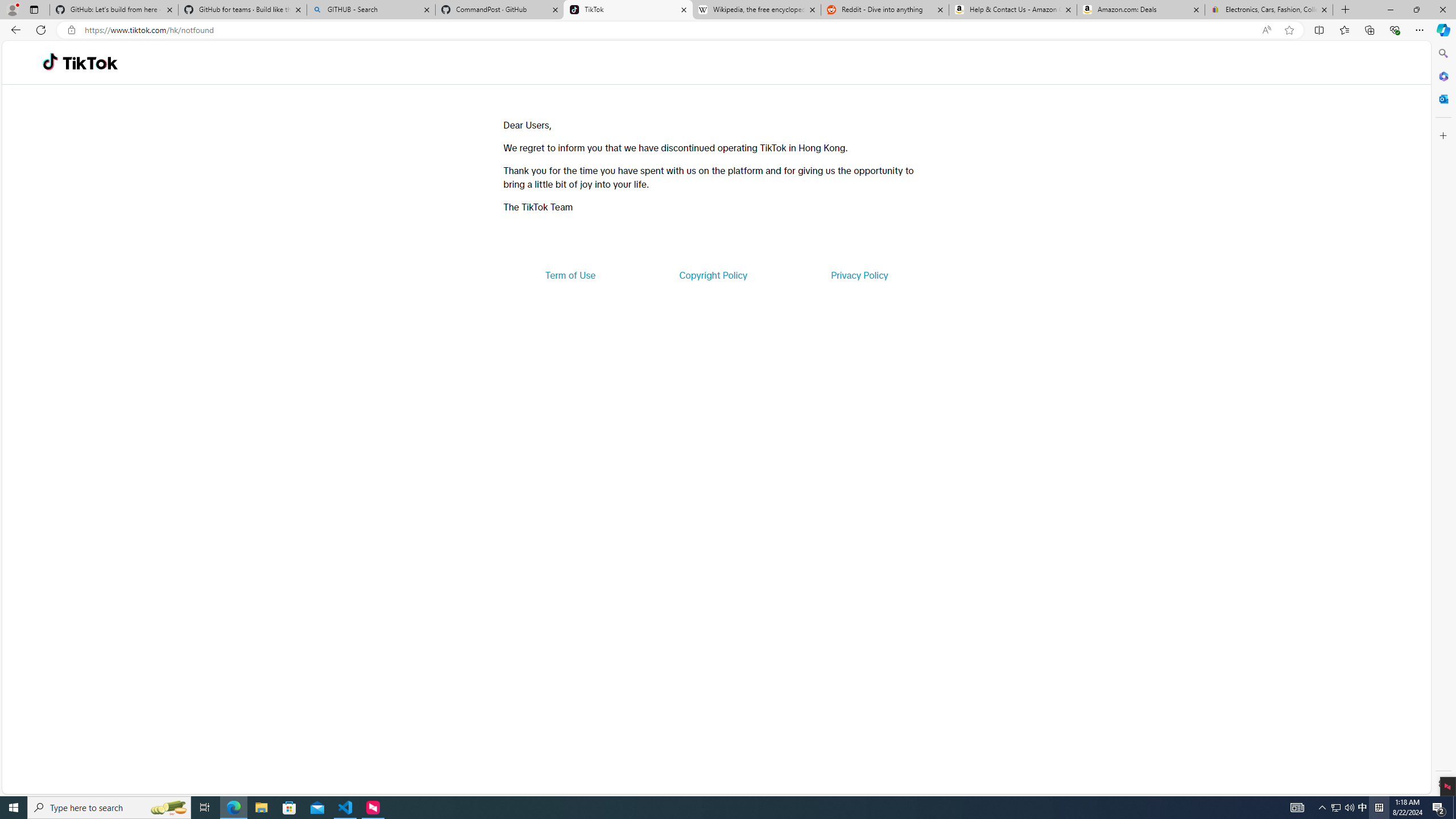  What do you see at coordinates (370, 9) in the screenshot?
I see `'GITHUB - Search'` at bounding box center [370, 9].